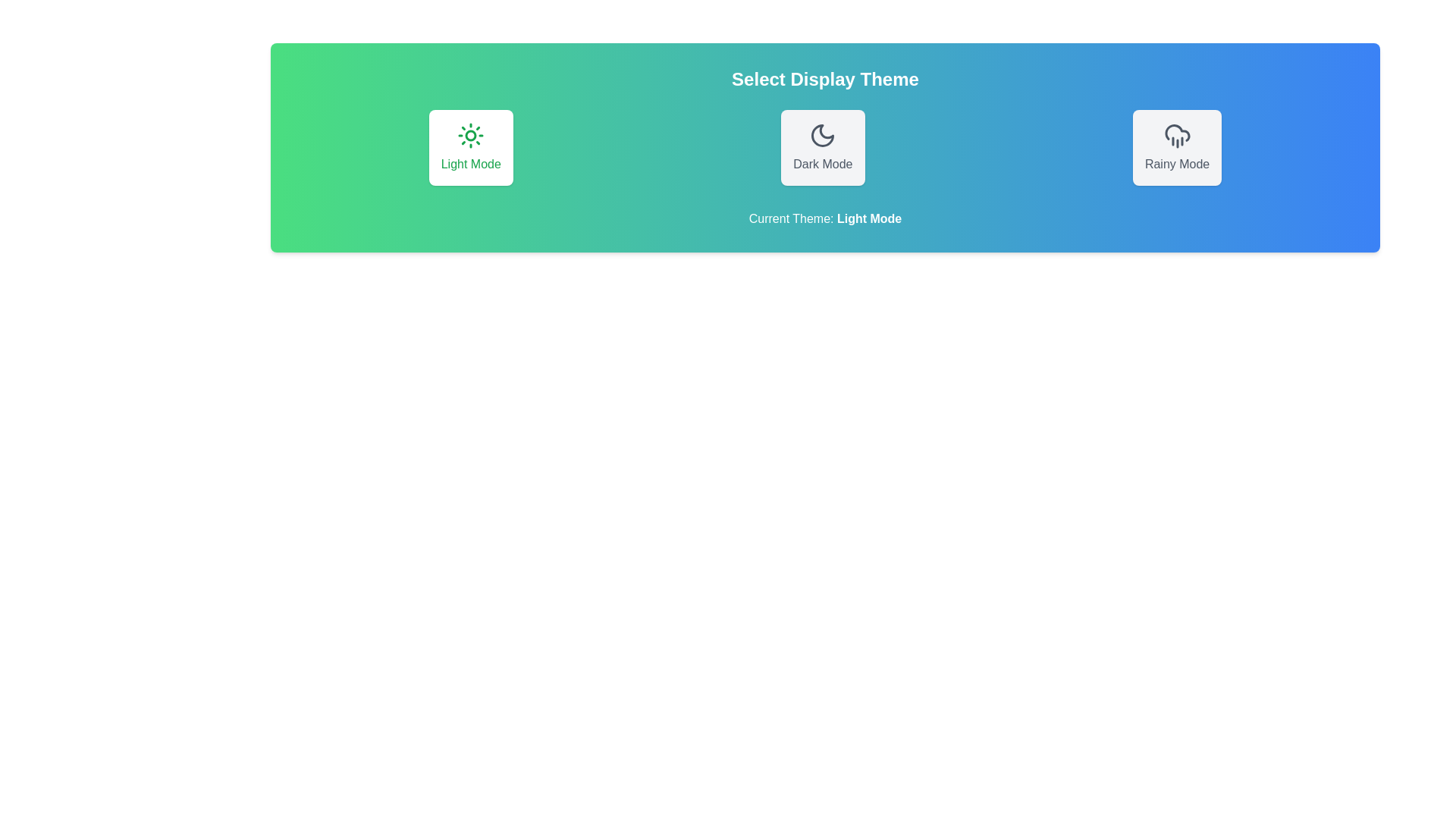 The width and height of the screenshot is (1456, 819). Describe the element at coordinates (821, 148) in the screenshot. I see `the button corresponding to Dark Mode to select the desired theme` at that location.